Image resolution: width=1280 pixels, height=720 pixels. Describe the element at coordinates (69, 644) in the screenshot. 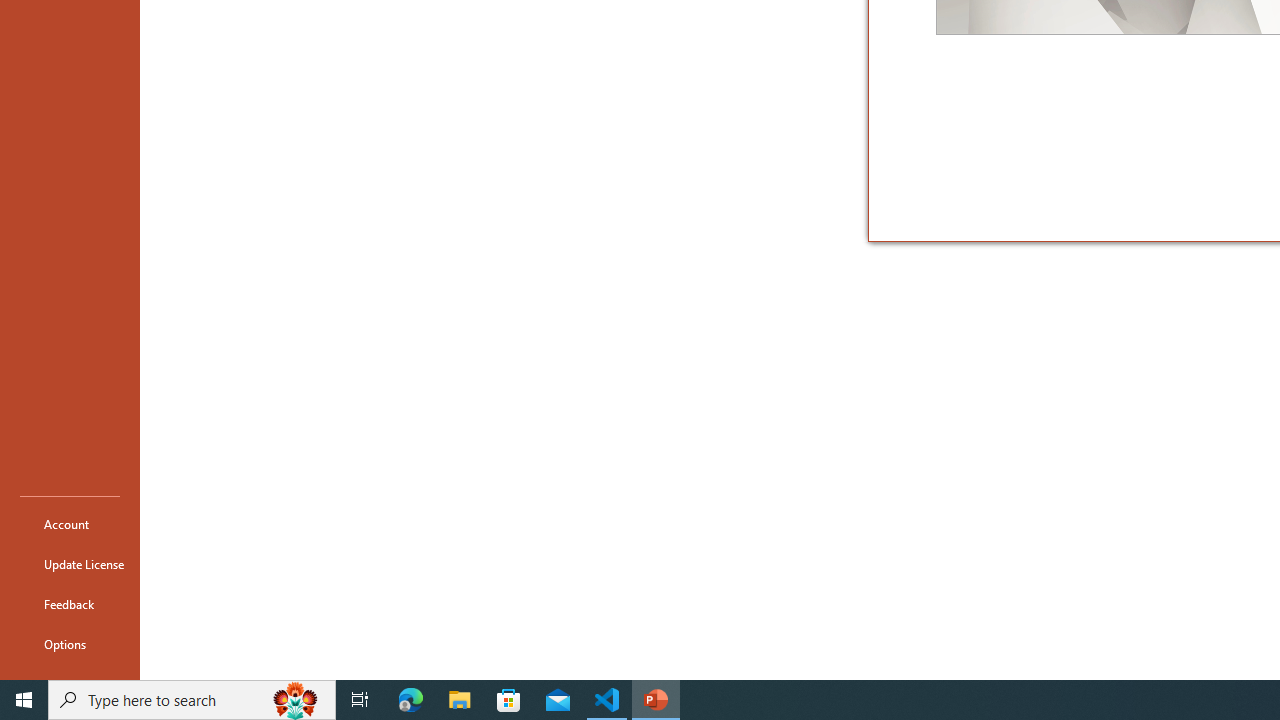

I see `'Options'` at that location.